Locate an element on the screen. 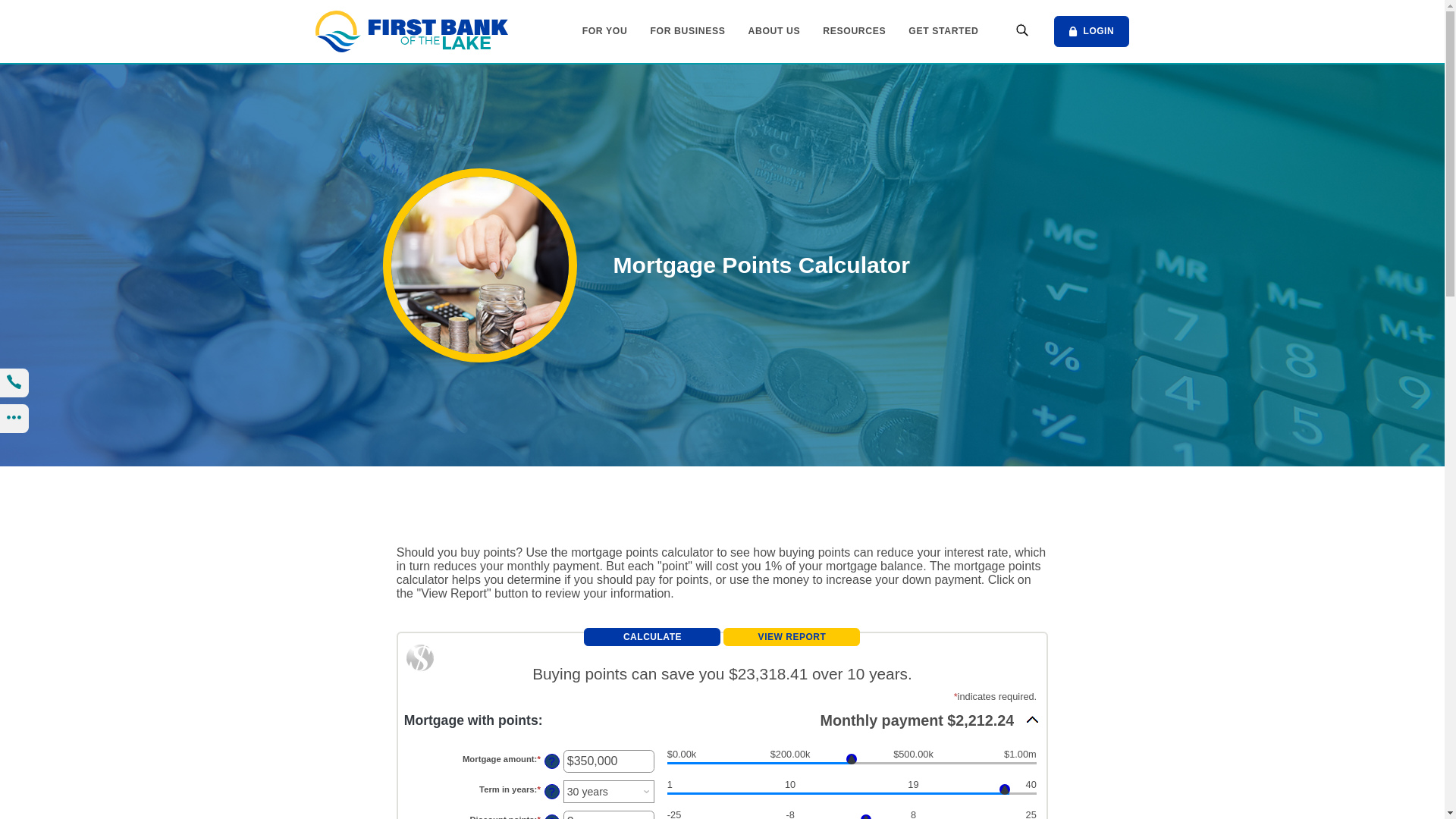  'Mortgage amount slider' is located at coordinates (852, 765).